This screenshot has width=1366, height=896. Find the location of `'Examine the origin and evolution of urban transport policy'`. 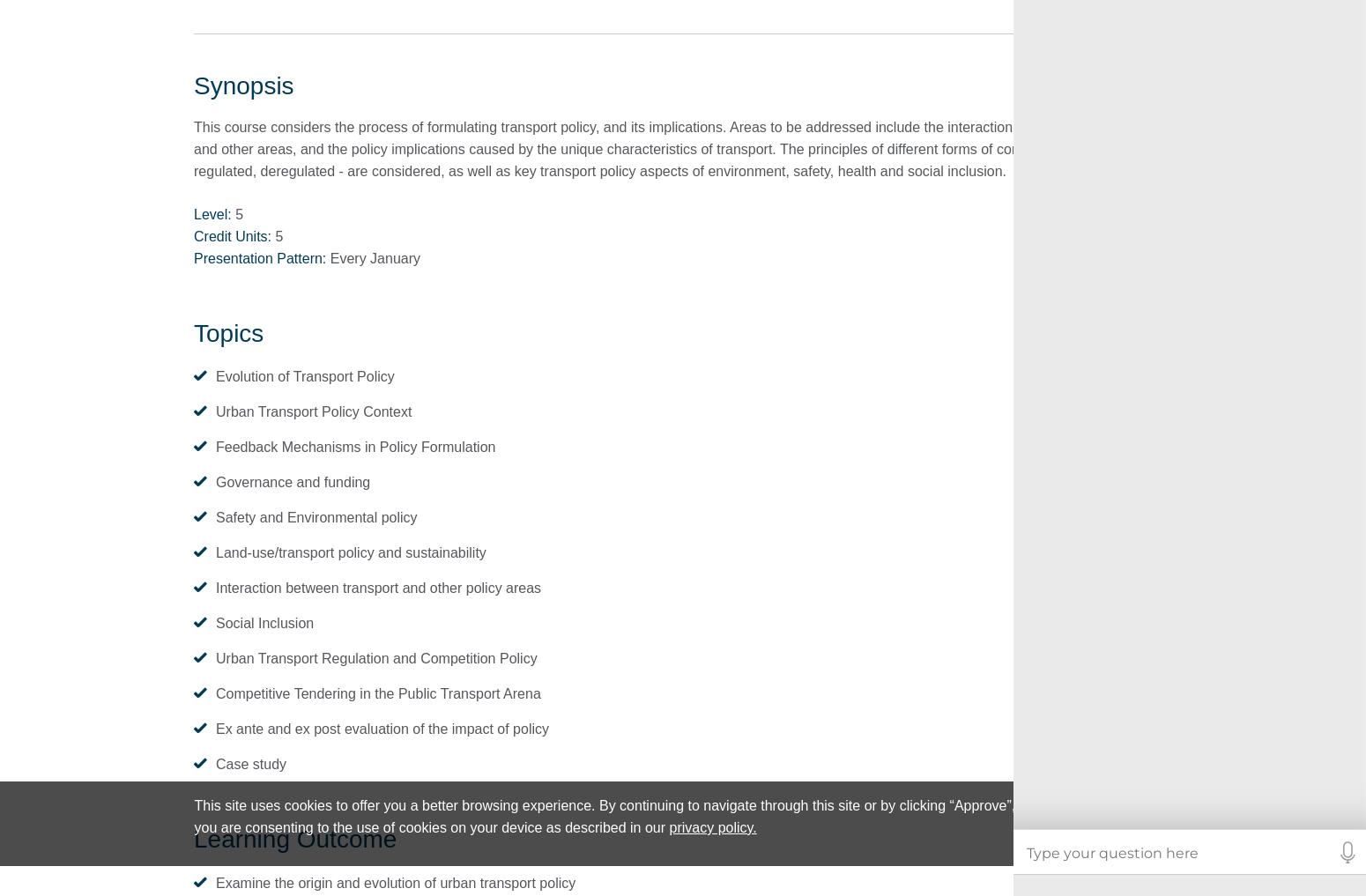

'Examine the origin and evolution of urban transport policy' is located at coordinates (396, 882).